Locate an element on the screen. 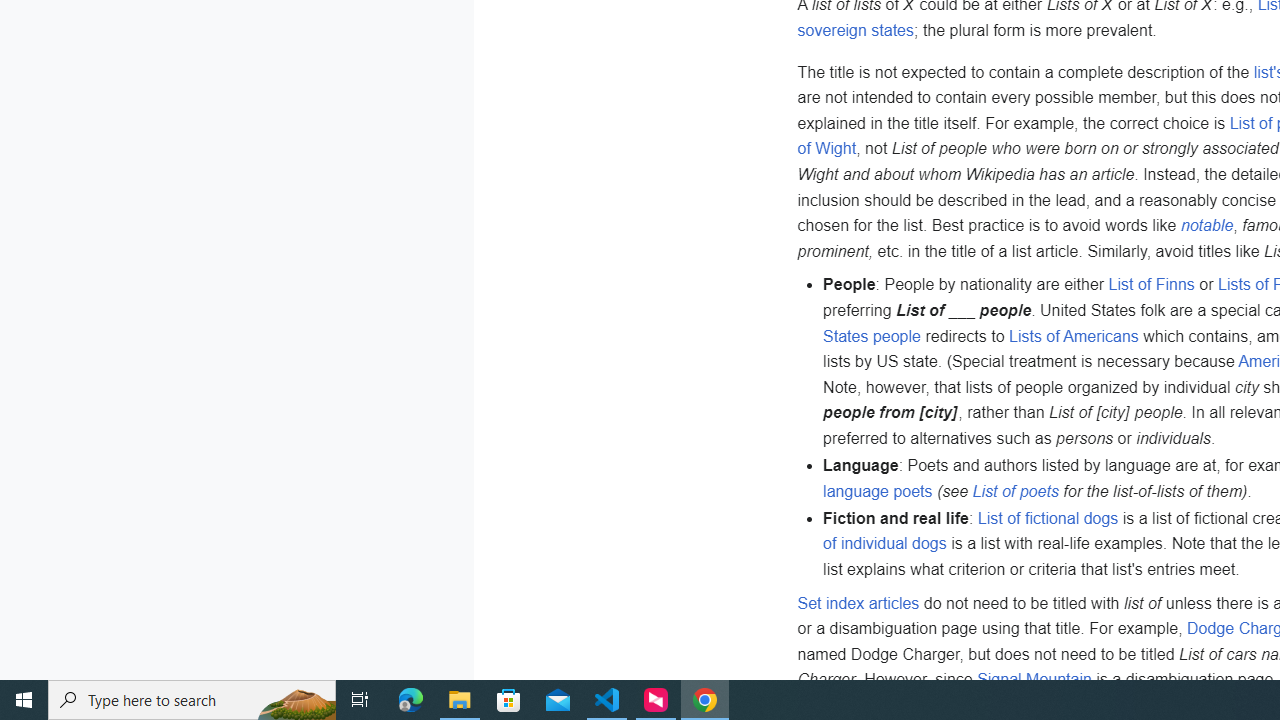  'List of poets' is located at coordinates (1015, 490).